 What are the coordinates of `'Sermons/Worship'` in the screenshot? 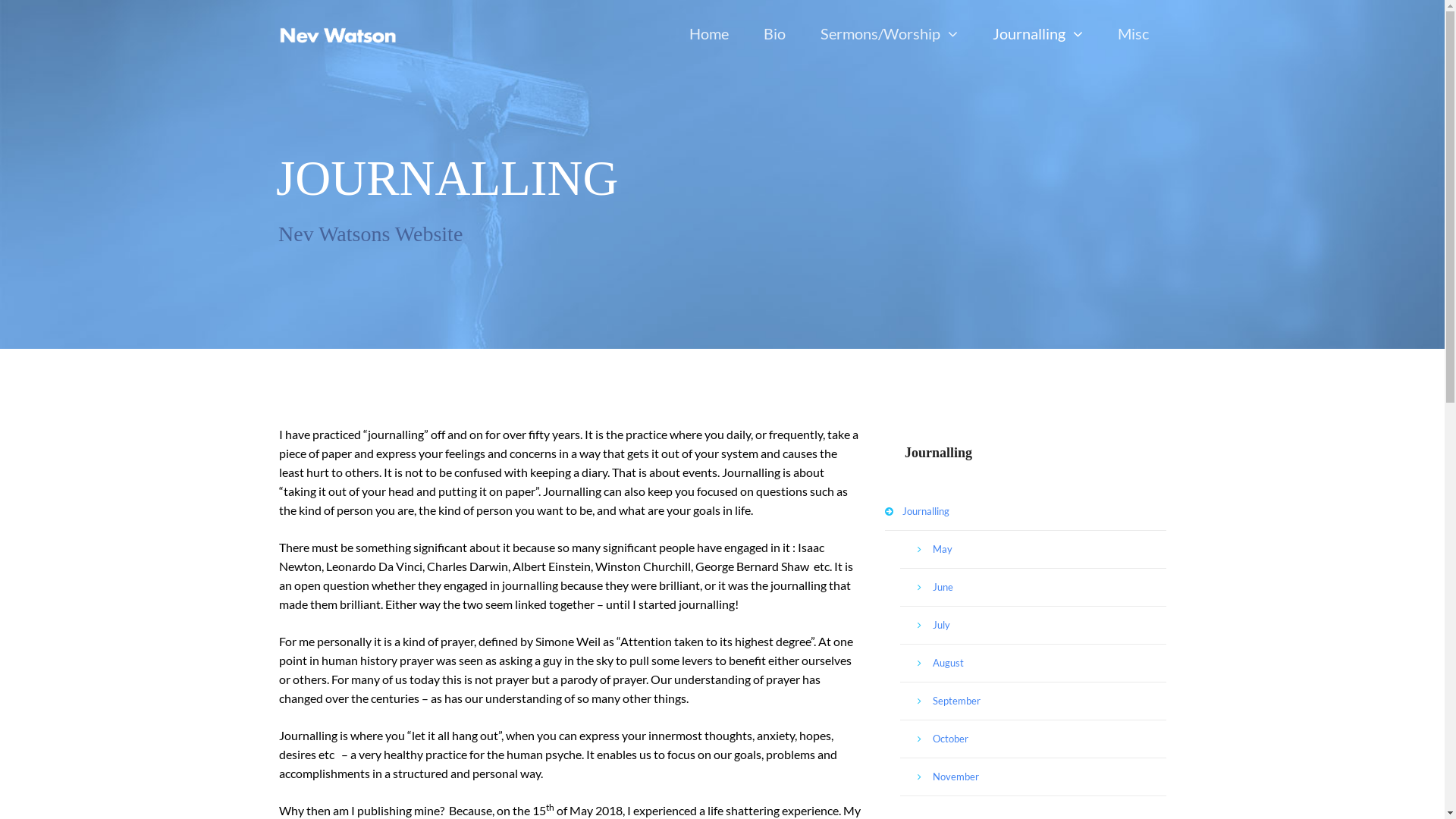 It's located at (801, 34).